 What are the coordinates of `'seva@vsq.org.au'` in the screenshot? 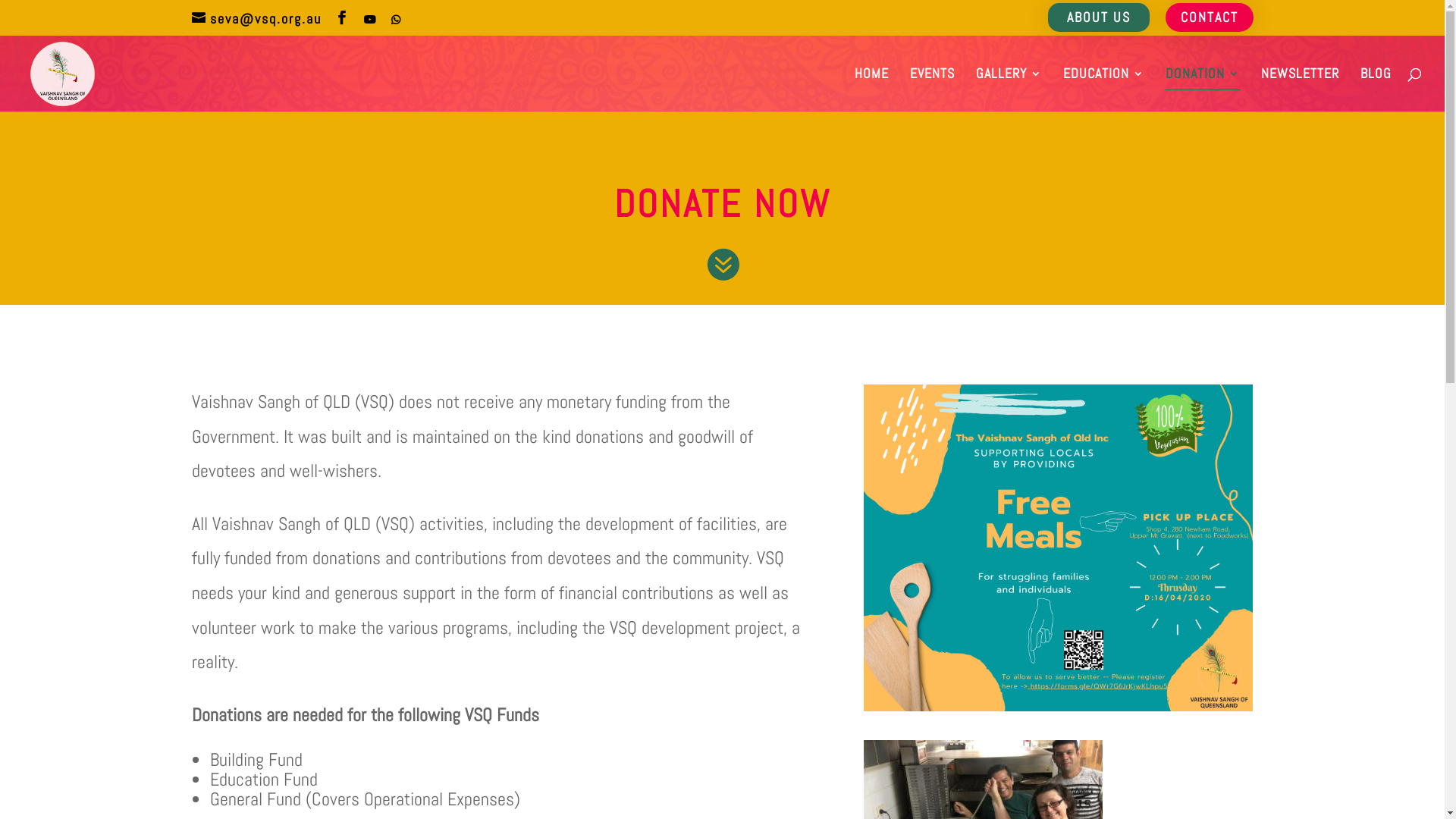 It's located at (256, 17).